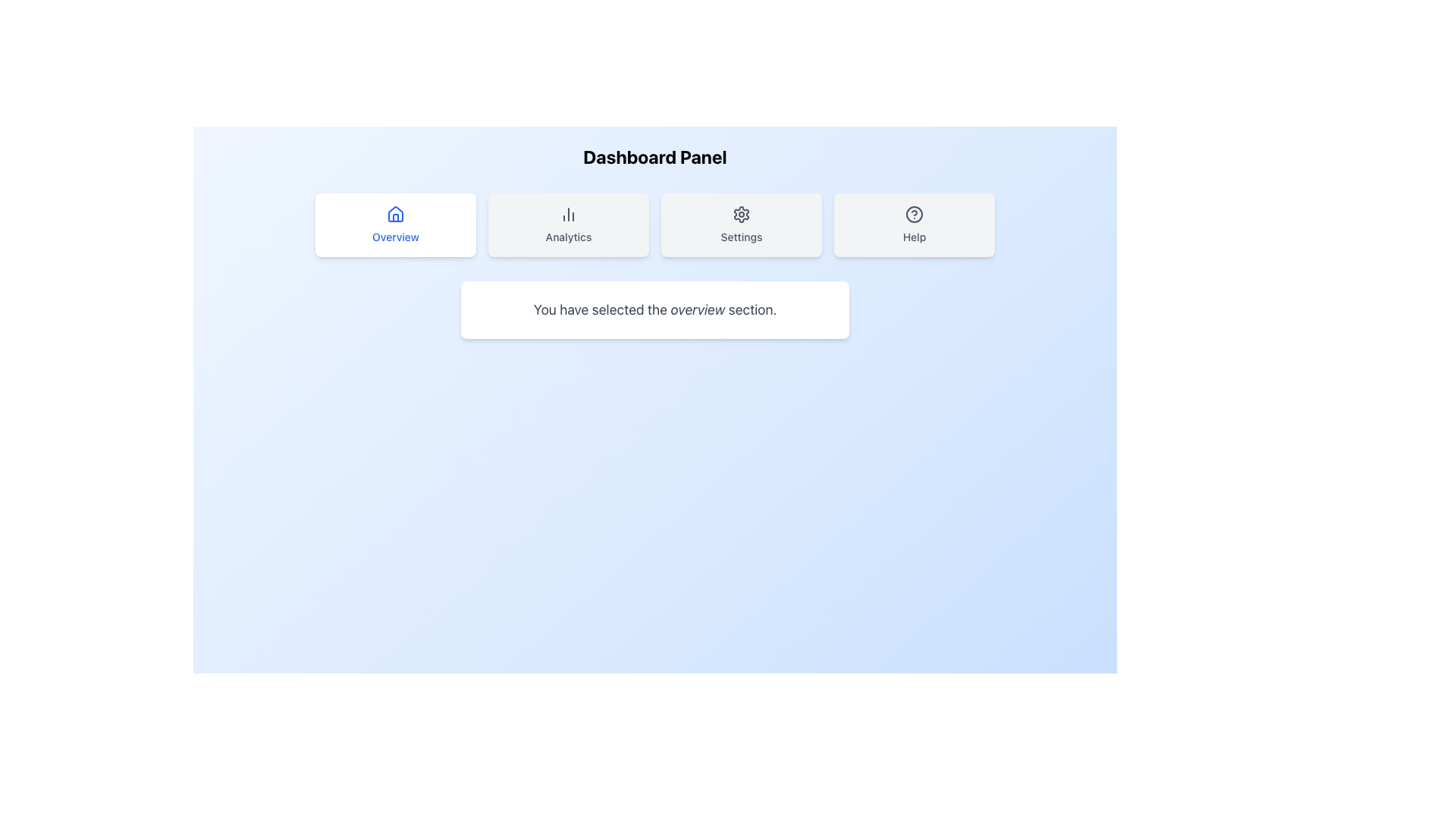 This screenshot has height=819, width=1456. Describe the element at coordinates (396, 218) in the screenshot. I see `the vertical rectangle representing the door within the house icon of the 'Overview' navigation button` at that location.